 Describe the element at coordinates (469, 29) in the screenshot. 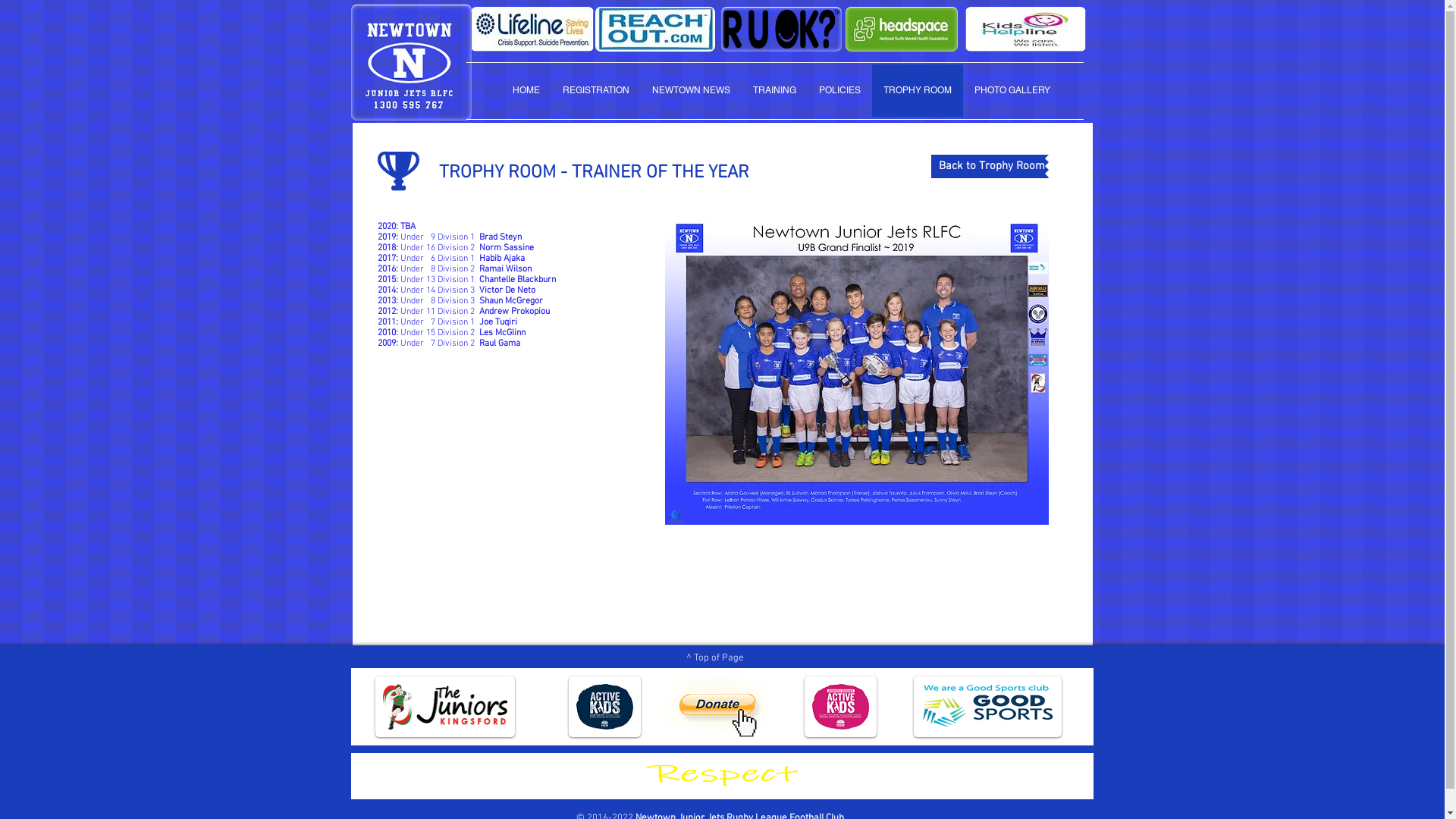

I see `'lifeline-logo.jpg'` at that location.